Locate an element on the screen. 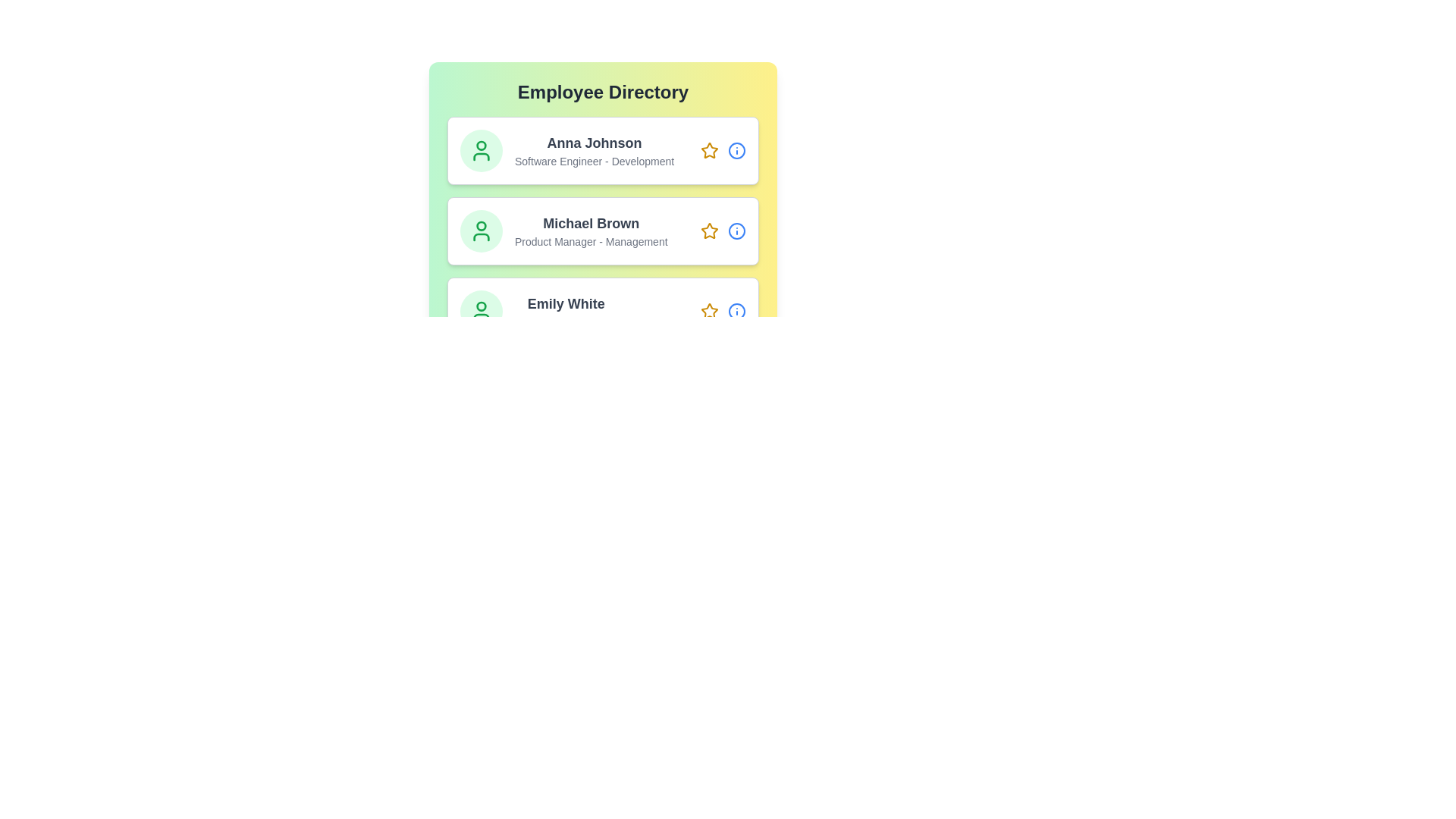 The image size is (1456, 819). star icon for Michael Brown is located at coordinates (709, 231).